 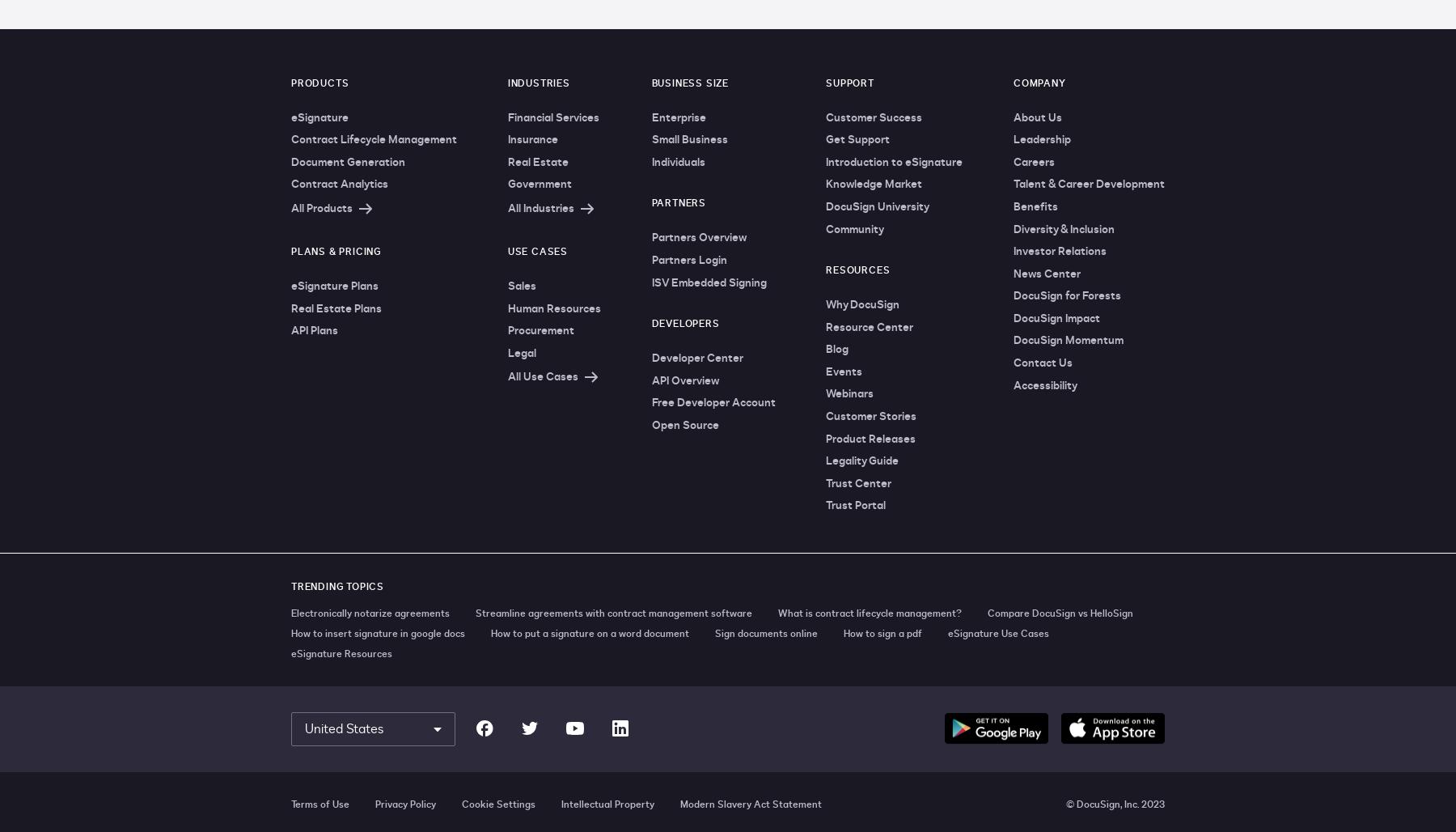 I want to click on 'All Use Cases', so click(x=542, y=376).